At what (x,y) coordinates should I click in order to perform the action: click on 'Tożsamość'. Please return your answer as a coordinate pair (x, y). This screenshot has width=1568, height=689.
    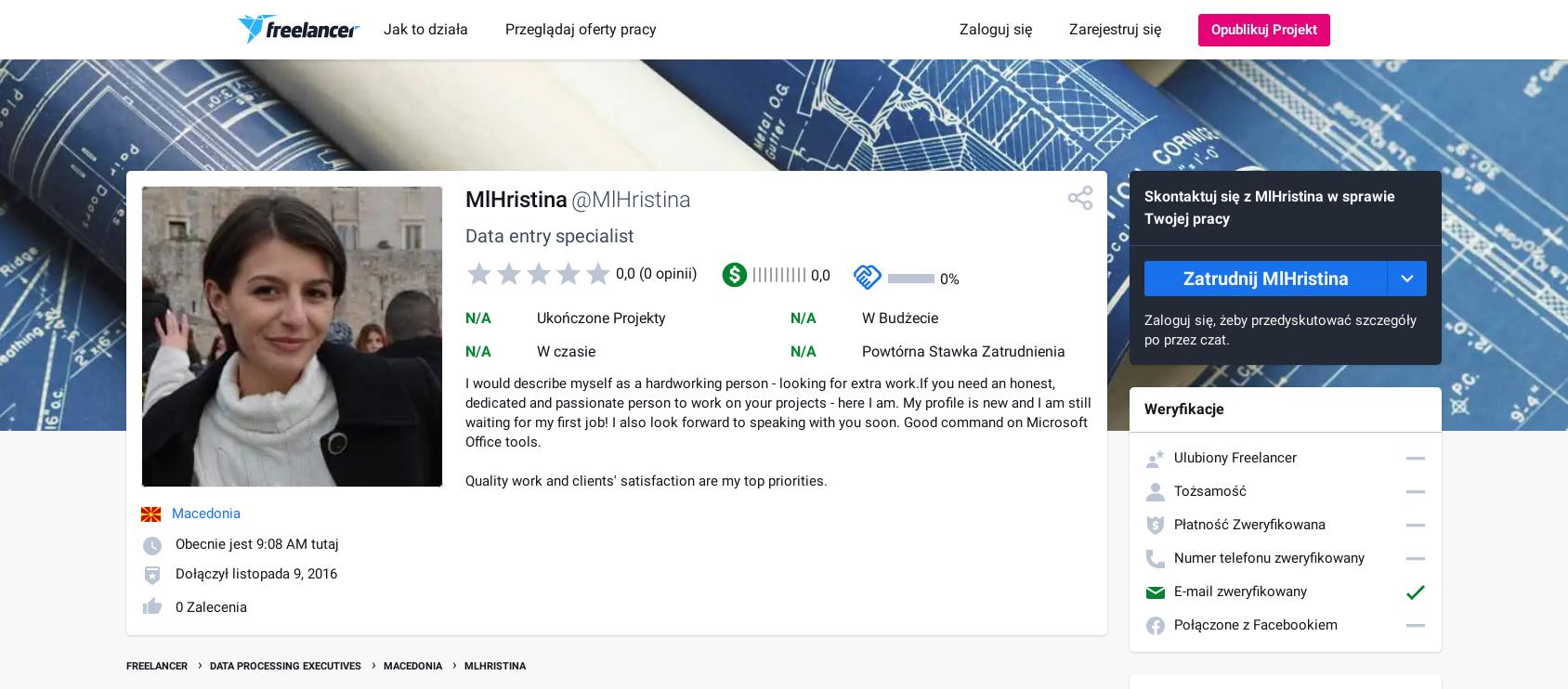
    Looking at the image, I should click on (1209, 490).